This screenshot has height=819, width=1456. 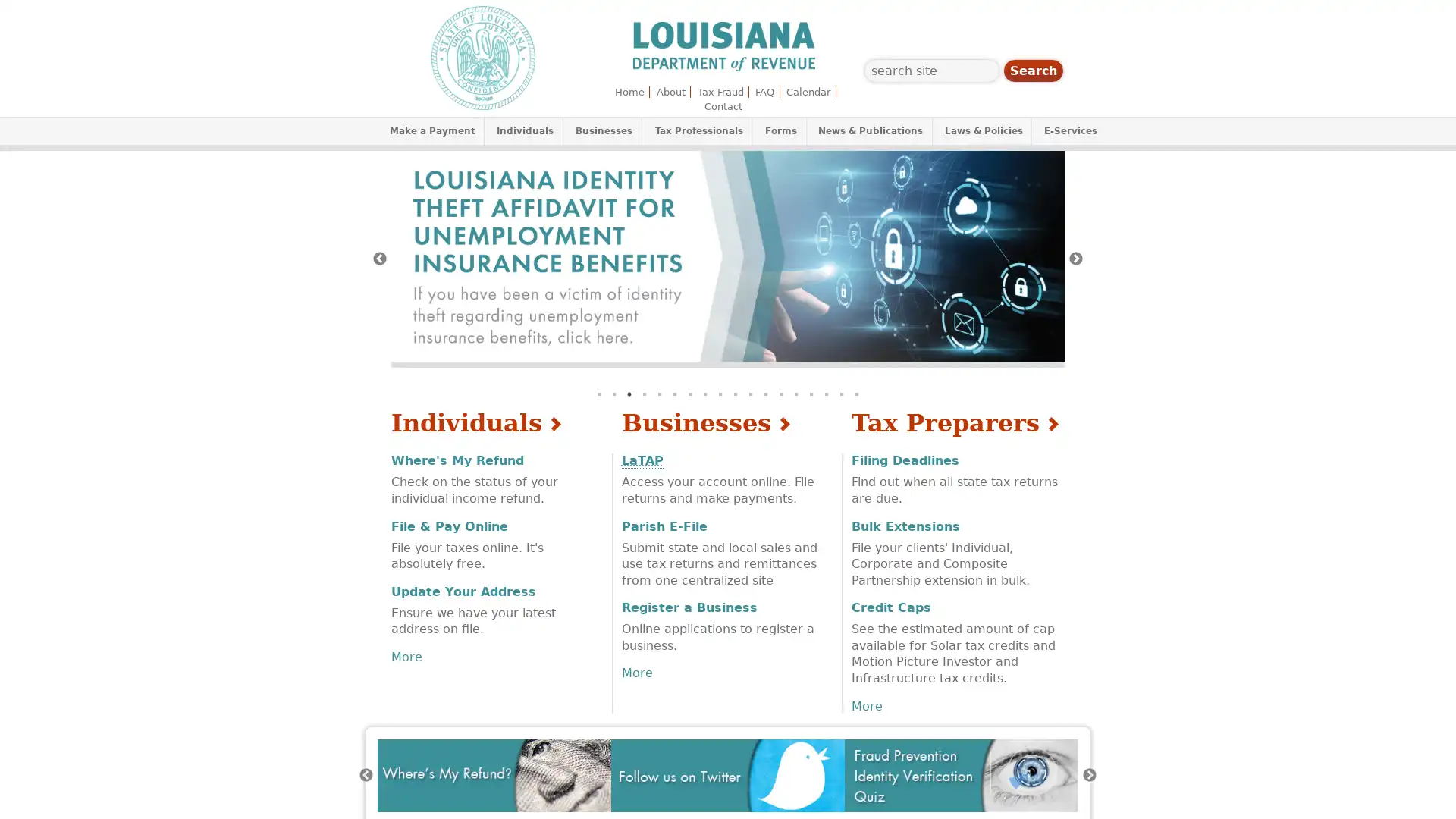 I want to click on 8, so click(x=704, y=394).